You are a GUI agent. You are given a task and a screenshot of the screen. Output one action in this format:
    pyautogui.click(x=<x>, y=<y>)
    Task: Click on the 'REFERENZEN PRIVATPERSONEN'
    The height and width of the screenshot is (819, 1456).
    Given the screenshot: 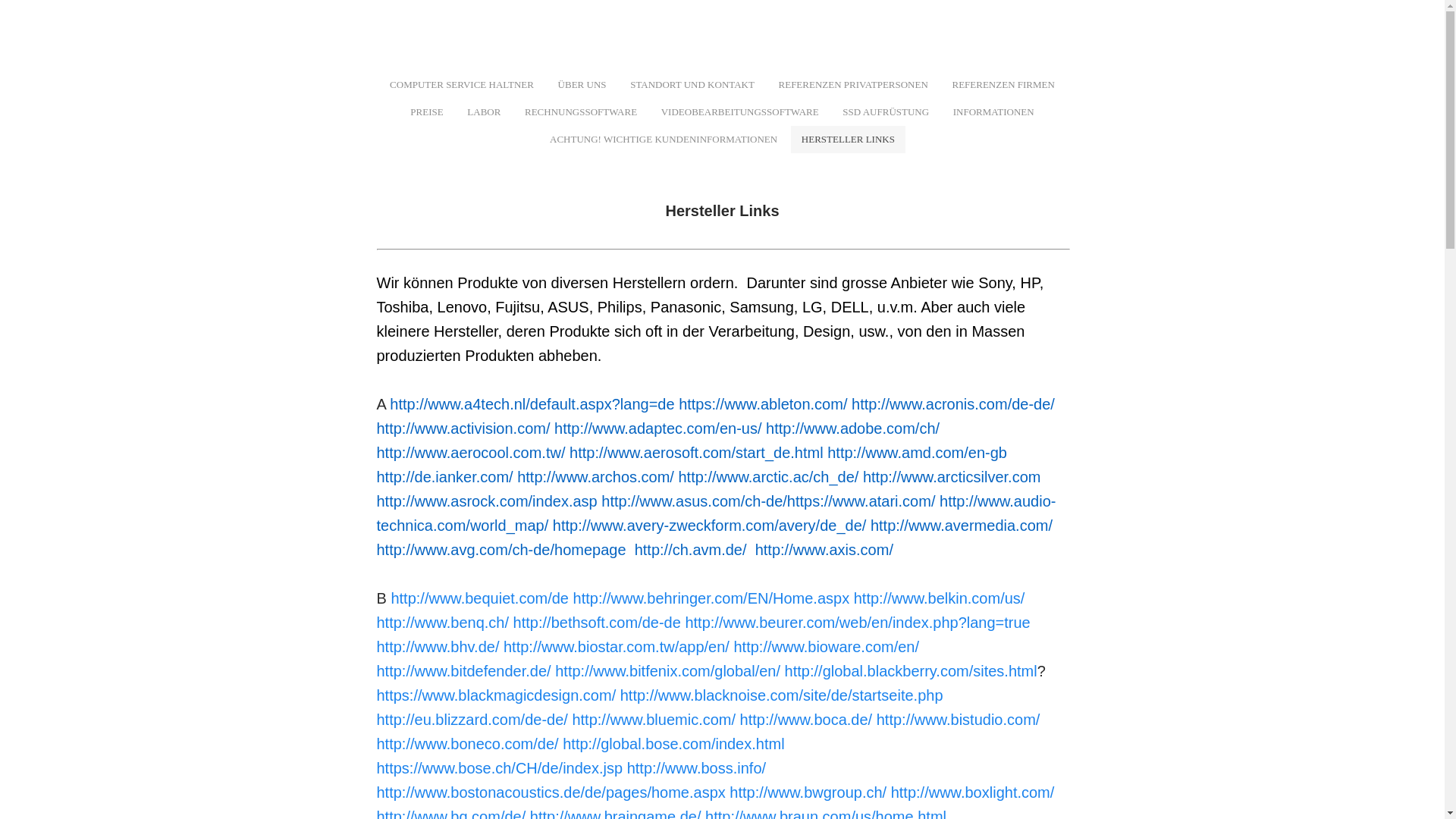 What is the action you would take?
    pyautogui.click(x=853, y=84)
    